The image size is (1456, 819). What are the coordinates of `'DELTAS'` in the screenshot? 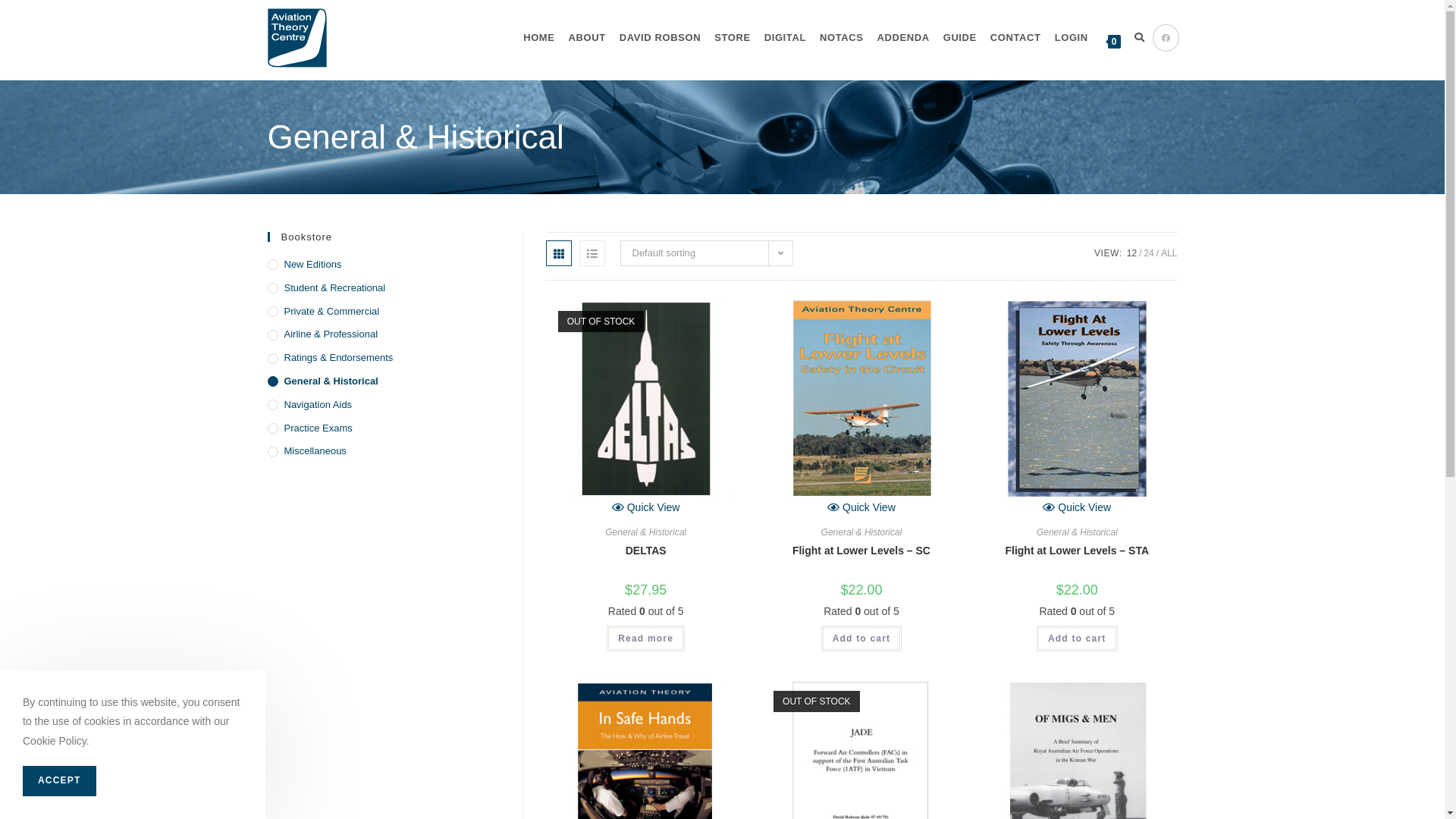 It's located at (626, 551).